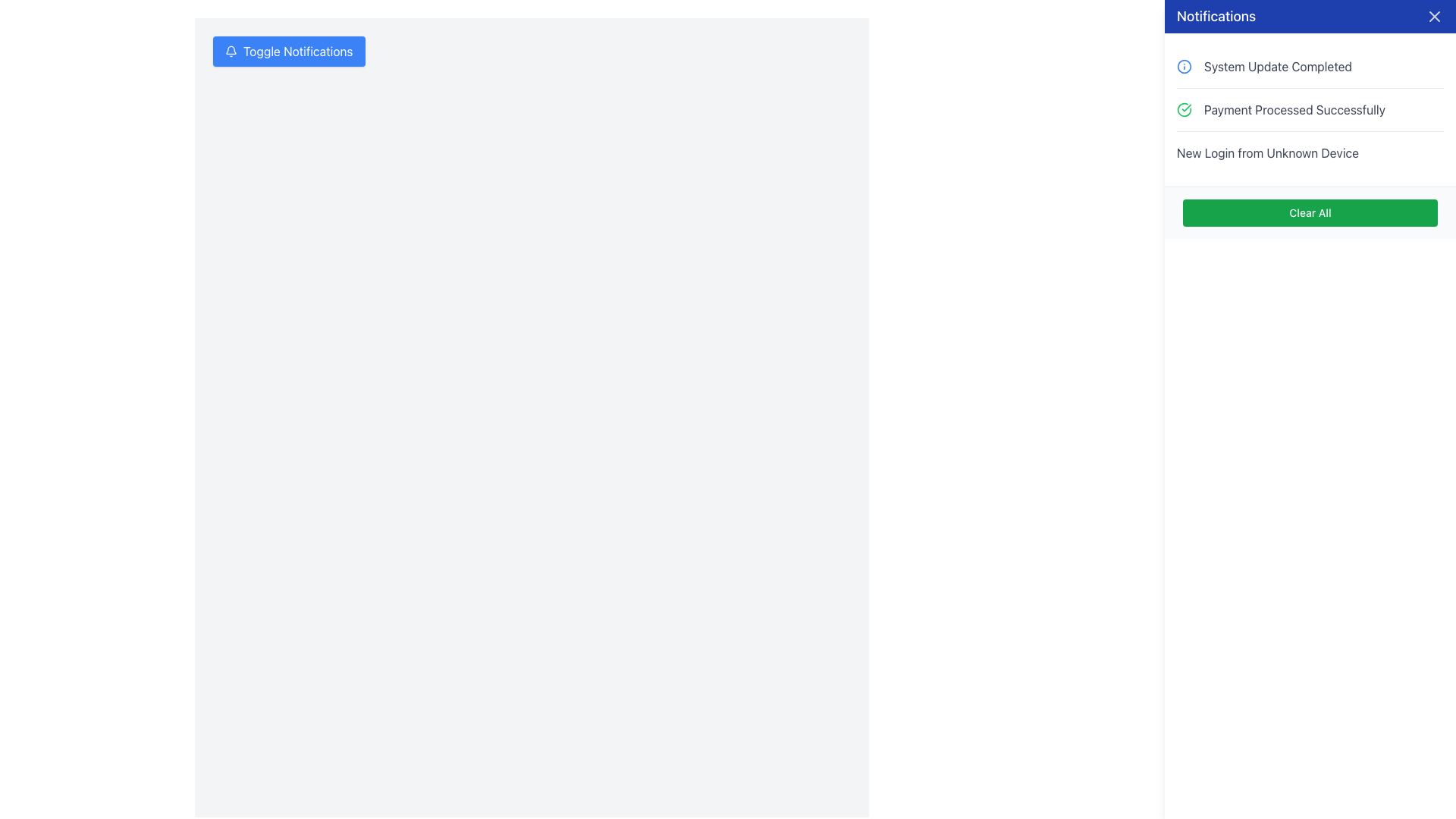 This screenshot has width=1456, height=819. I want to click on the header text in the top-right corner of the user interface, which is part of a horizontal blue bar and positioned to the left of an icon, so click(1216, 17).